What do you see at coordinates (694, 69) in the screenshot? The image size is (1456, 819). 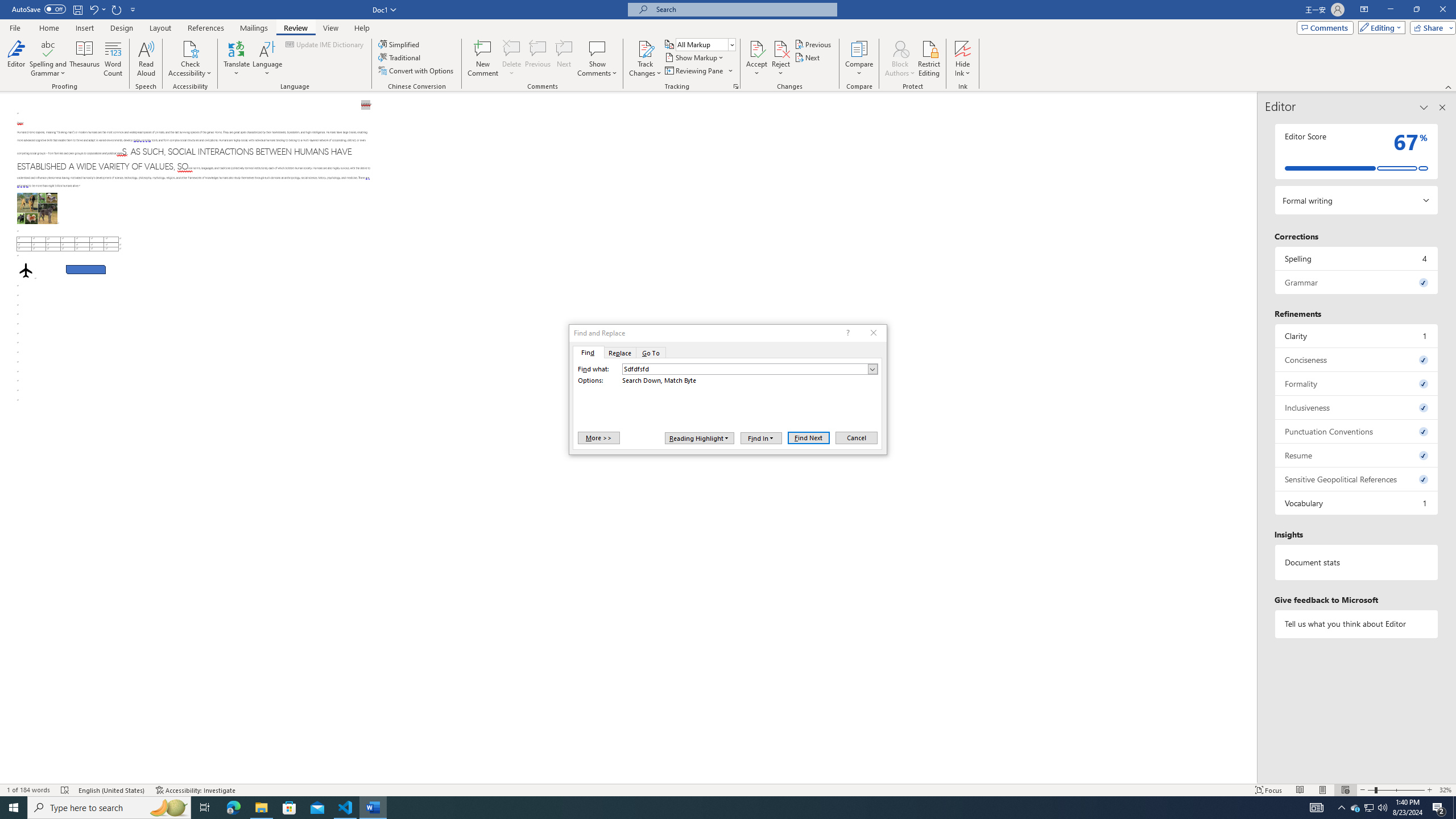 I see `'Reviewing Pane'` at bounding box center [694, 69].